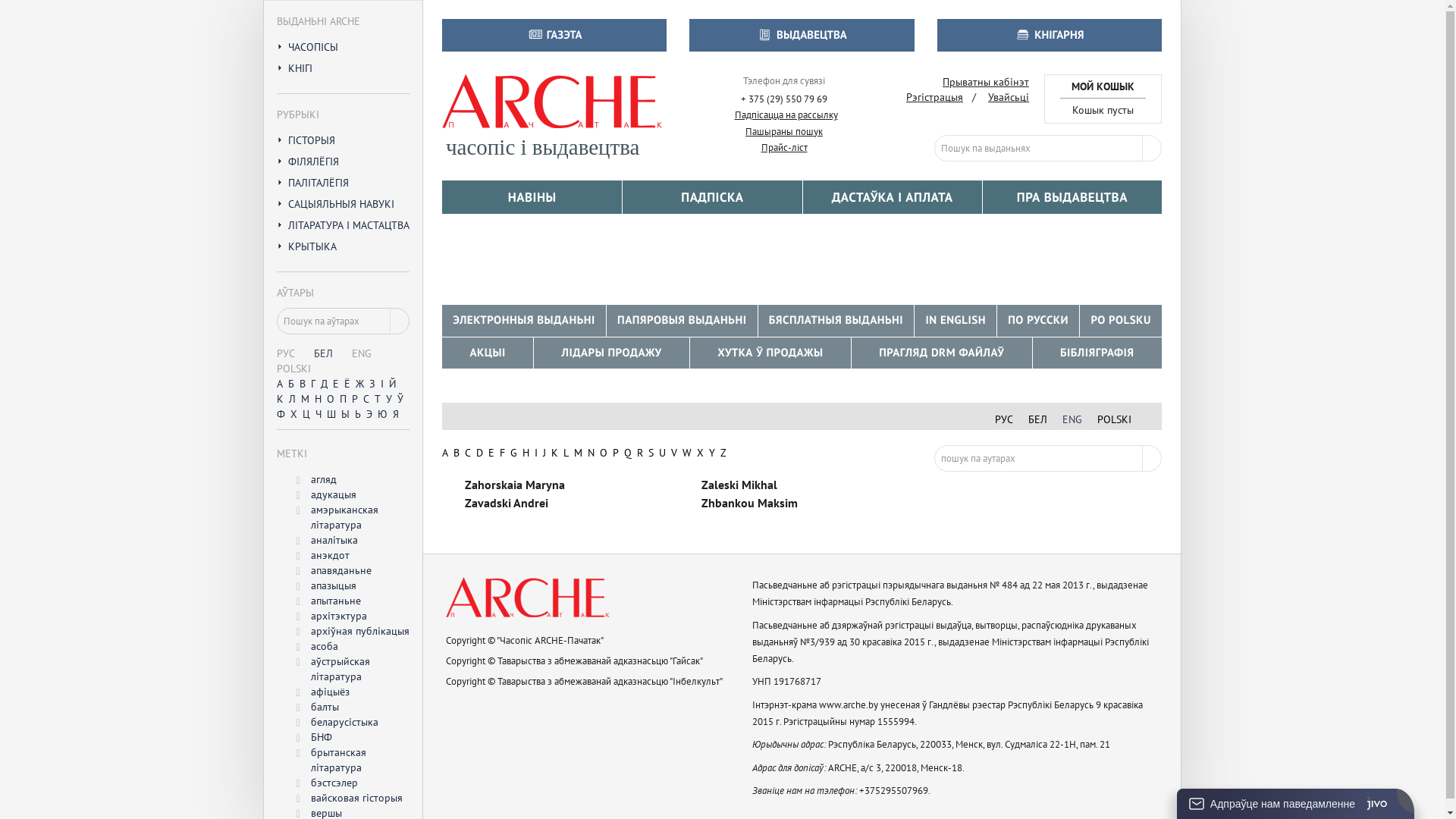 Image resolution: width=1456 pixels, height=819 pixels. What do you see at coordinates (514, 485) in the screenshot?
I see `'Zahorskaia Maryna'` at bounding box center [514, 485].